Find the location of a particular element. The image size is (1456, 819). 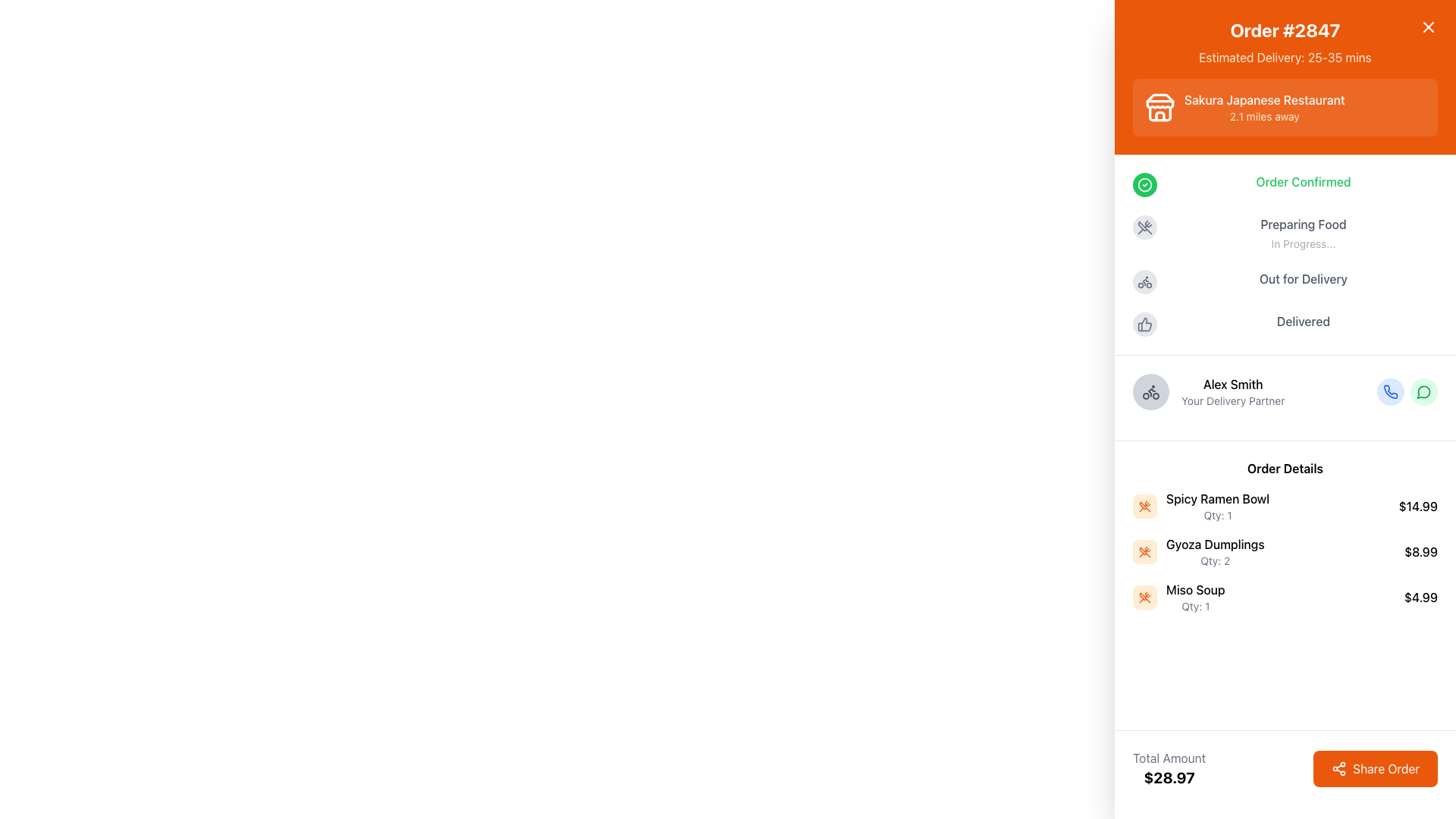

status text of the 'Out for Delivery' item in the progress tracker, which is the third item in a vertical list of status indicators is located at coordinates (1284, 281).